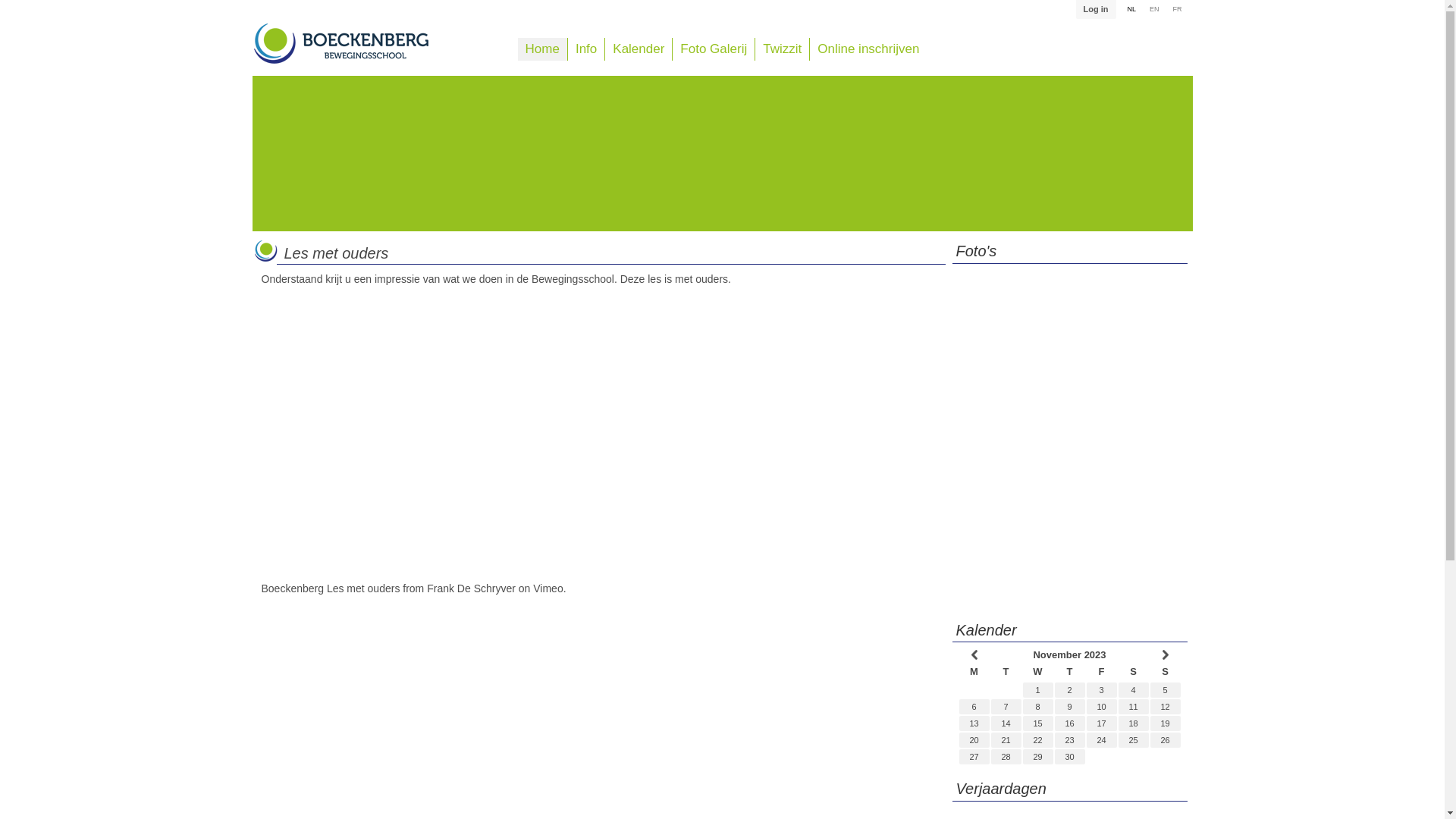 The height and width of the screenshot is (819, 1456). What do you see at coordinates (1177, 9) in the screenshot?
I see `'FR'` at bounding box center [1177, 9].